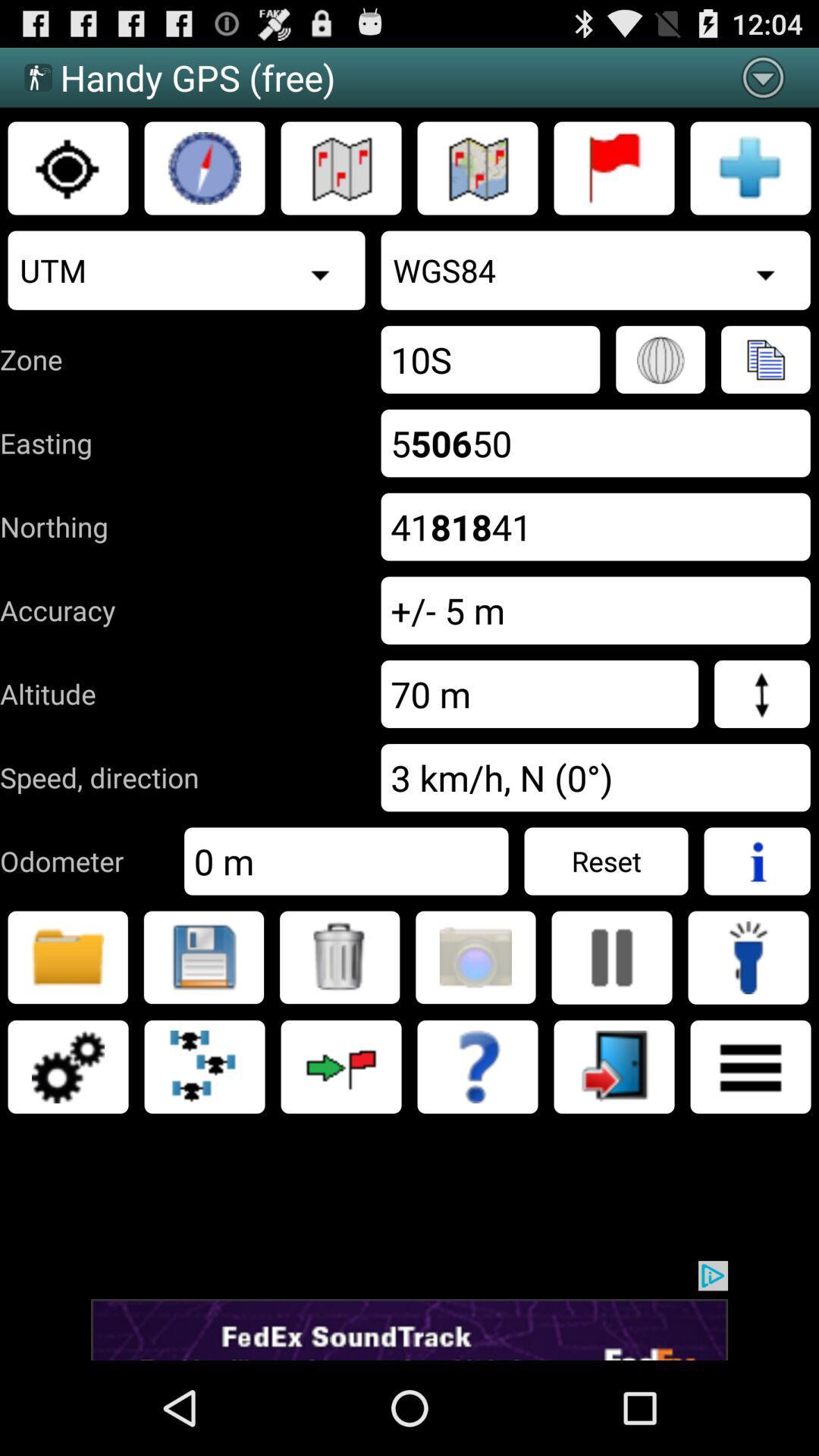 The width and height of the screenshot is (819, 1456). What do you see at coordinates (202, 956) in the screenshot?
I see `the location` at bounding box center [202, 956].